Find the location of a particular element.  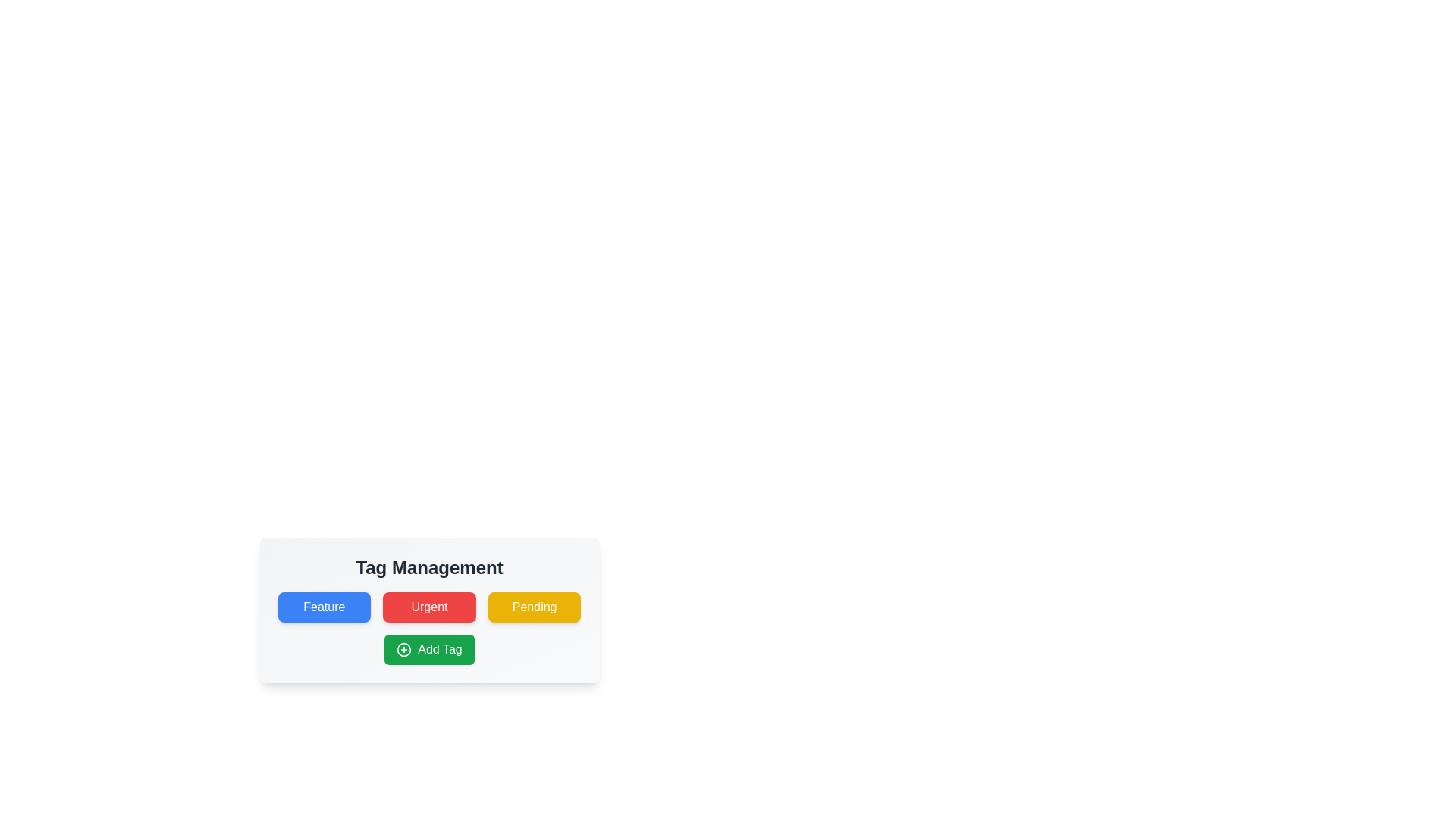

the tag labeled Urgent to observe its hover effect is located at coordinates (428, 607).